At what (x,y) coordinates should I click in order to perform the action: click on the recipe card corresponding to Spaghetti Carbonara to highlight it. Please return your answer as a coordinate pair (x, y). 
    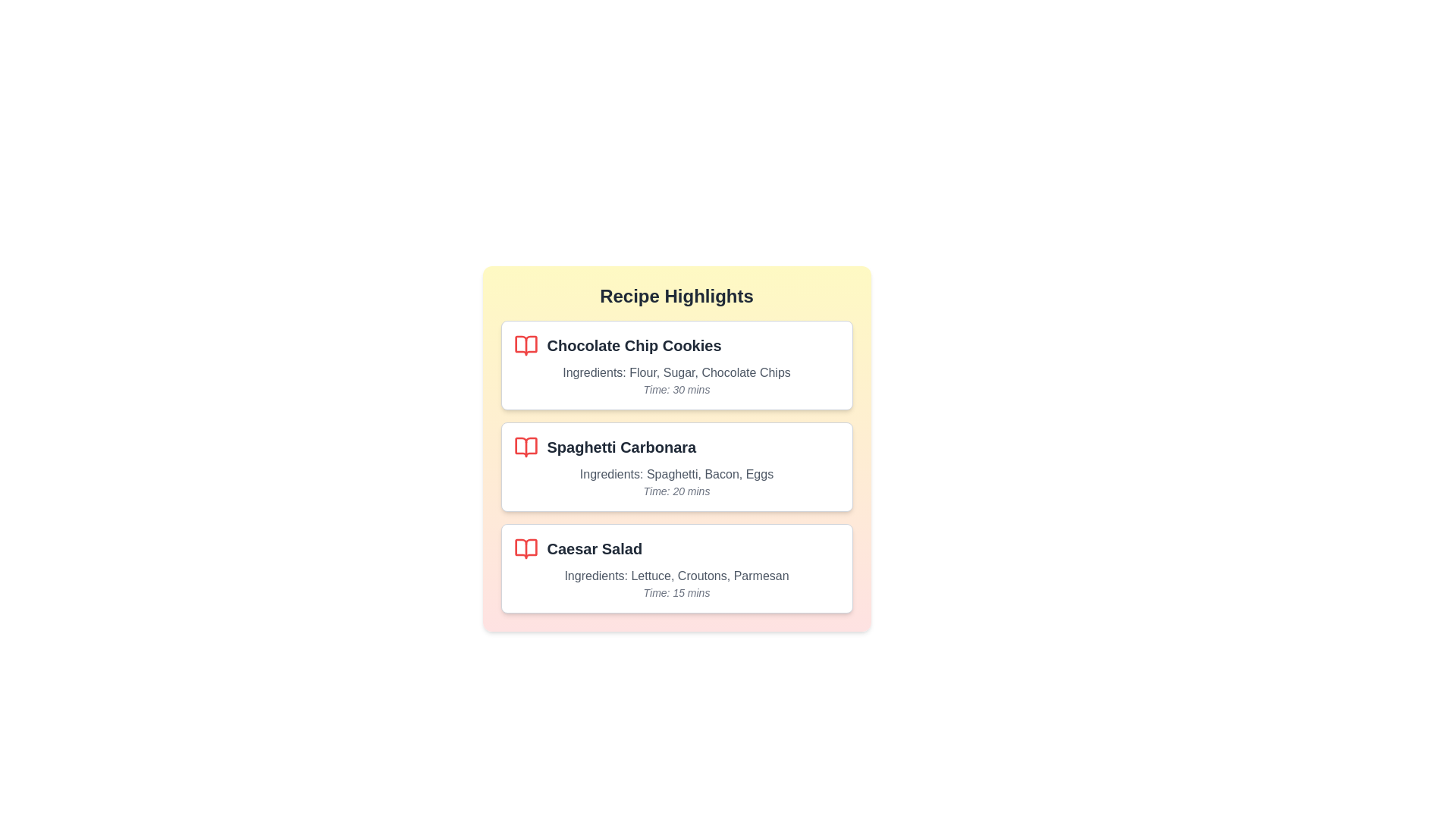
    Looking at the image, I should click on (676, 466).